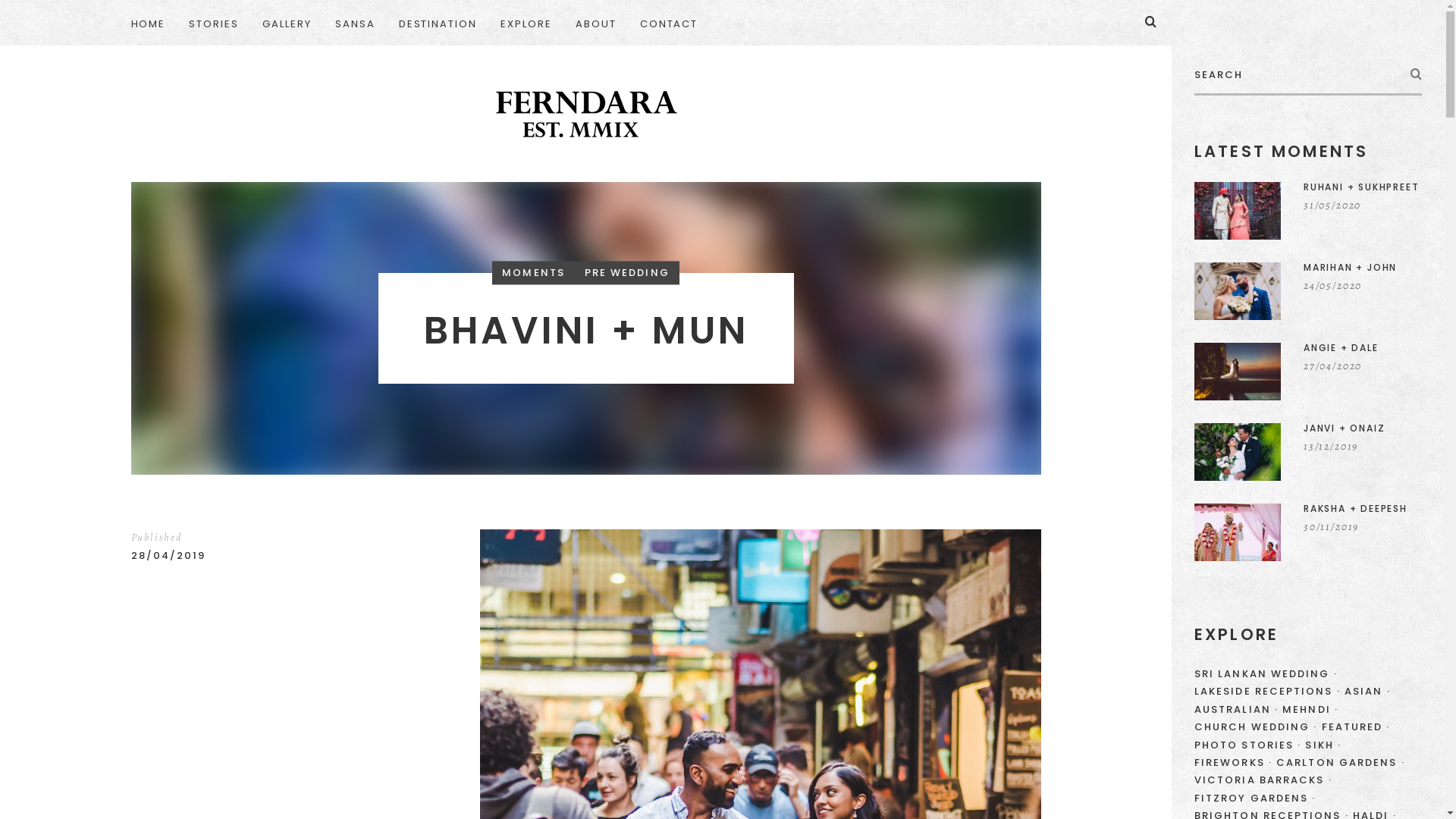 The image size is (1456, 819). Describe the element at coordinates (1263, 780) in the screenshot. I see `'VICTORIA BARRACKS'` at that location.